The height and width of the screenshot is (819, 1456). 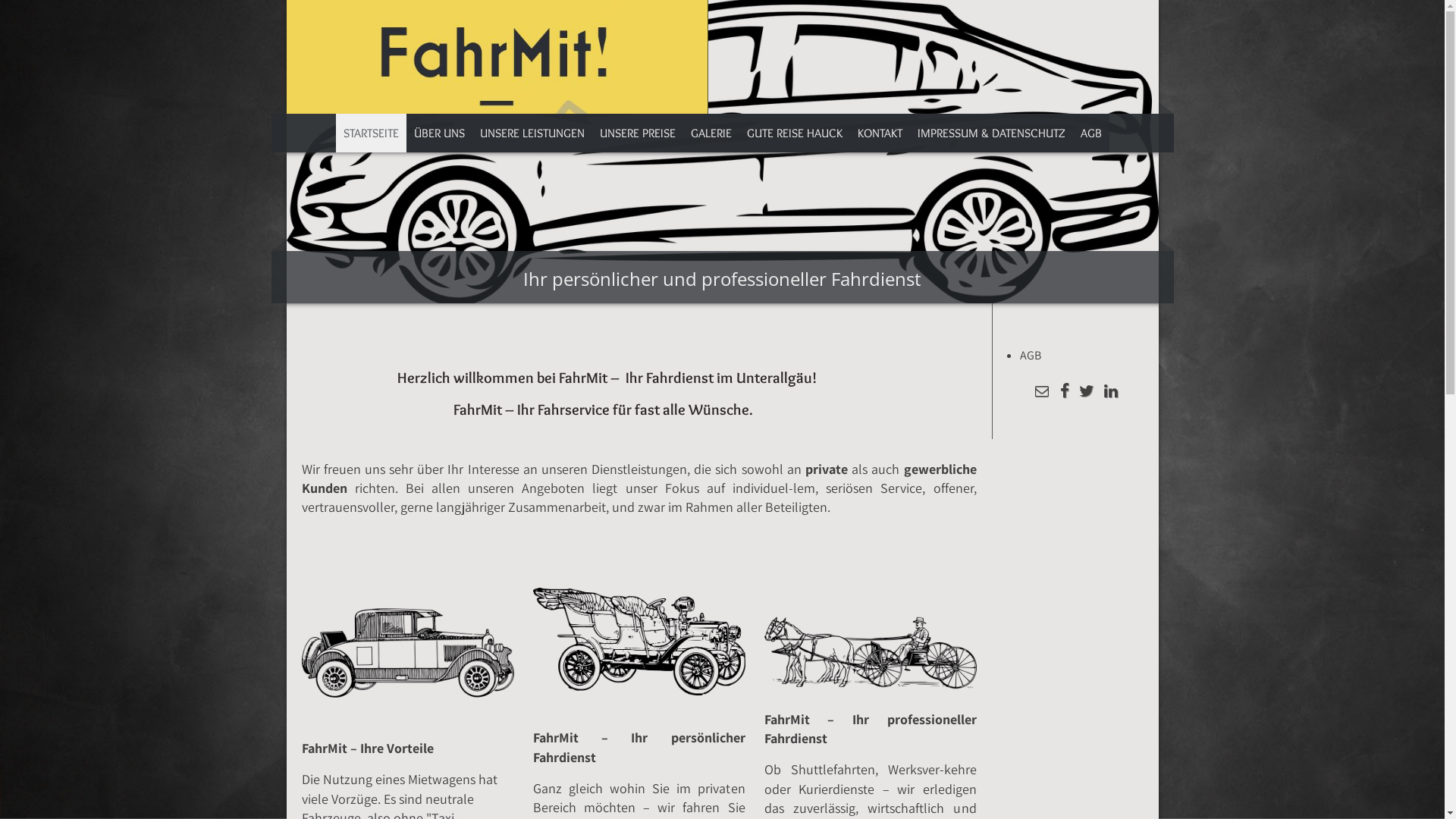 I want to click on 'Twitter', so click(x=1085, y=391).